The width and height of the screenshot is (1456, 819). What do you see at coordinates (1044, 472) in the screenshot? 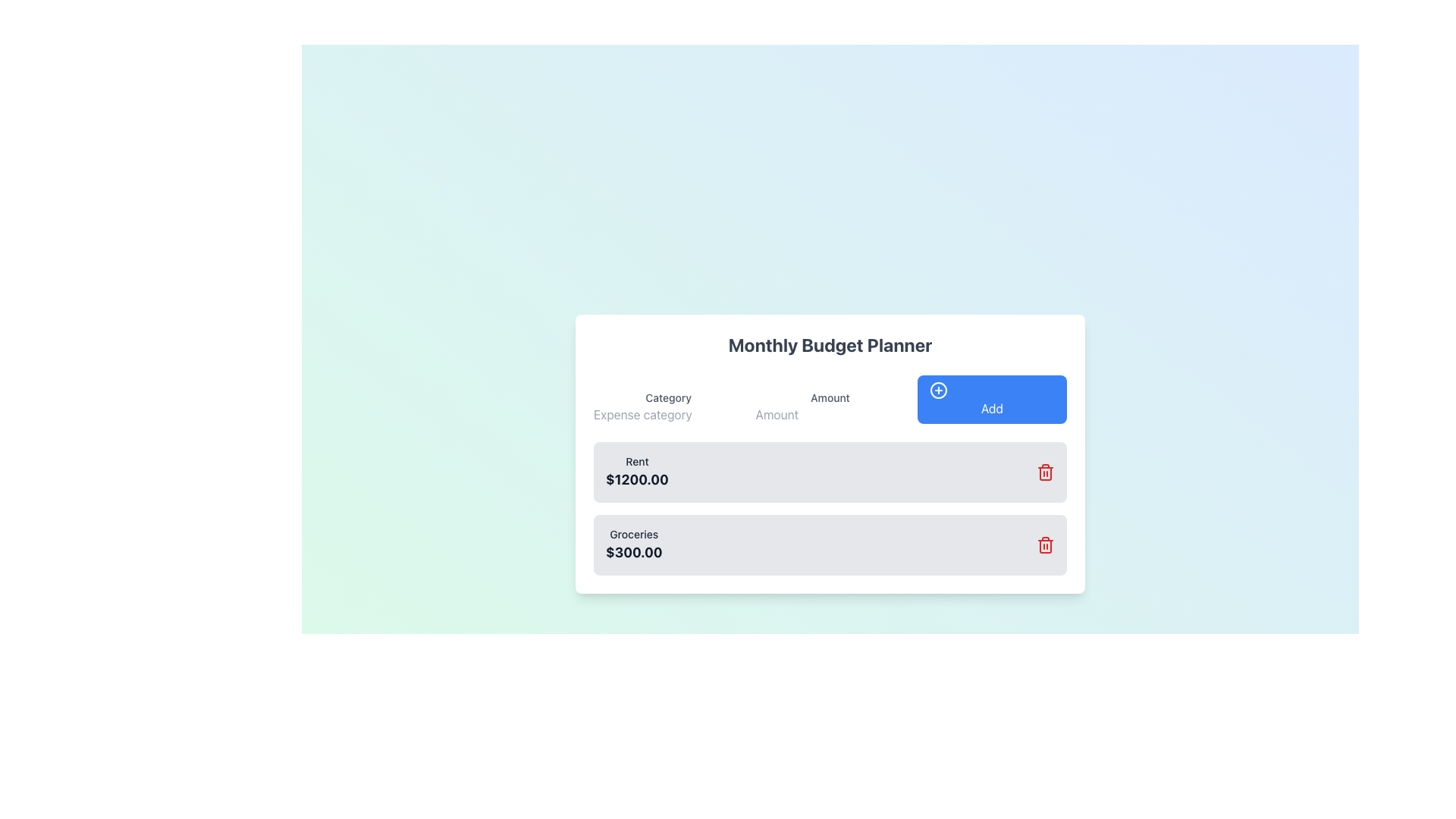
I see `the delete button for the budget entry 'Rent $1200.00' in the Monthly Budget Planner to possibly see a tooltip` at bounding box center [1044, 472].